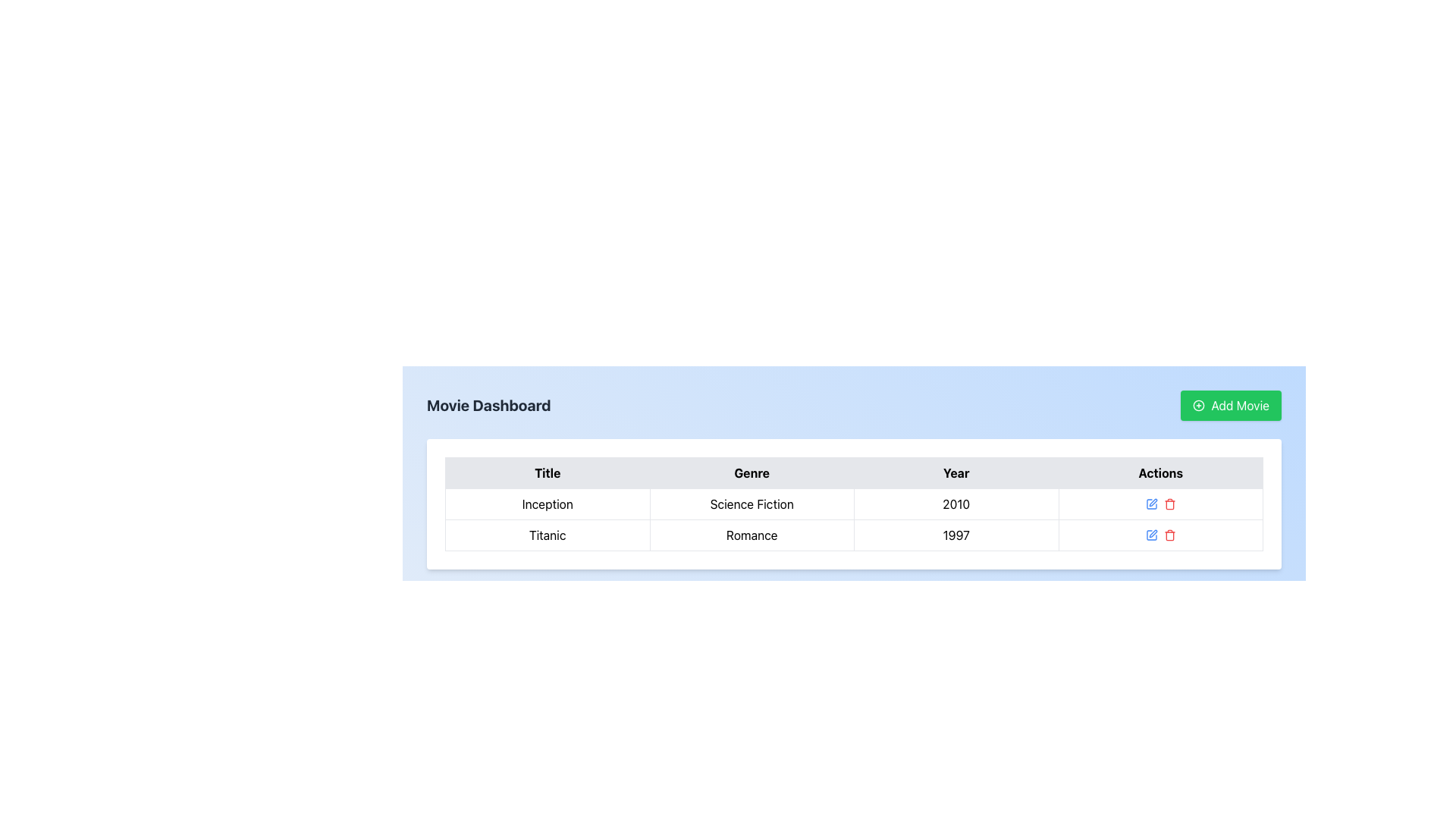 Image resolution: width=1456 pixels, height=819 pixels. What do you see at coordinates (1151, 534) in the screenshot?
I see `the edit button located in the 'Actions' column of the first row of the table to observe a tooltip or color change` at bounding box center [1151, 534].